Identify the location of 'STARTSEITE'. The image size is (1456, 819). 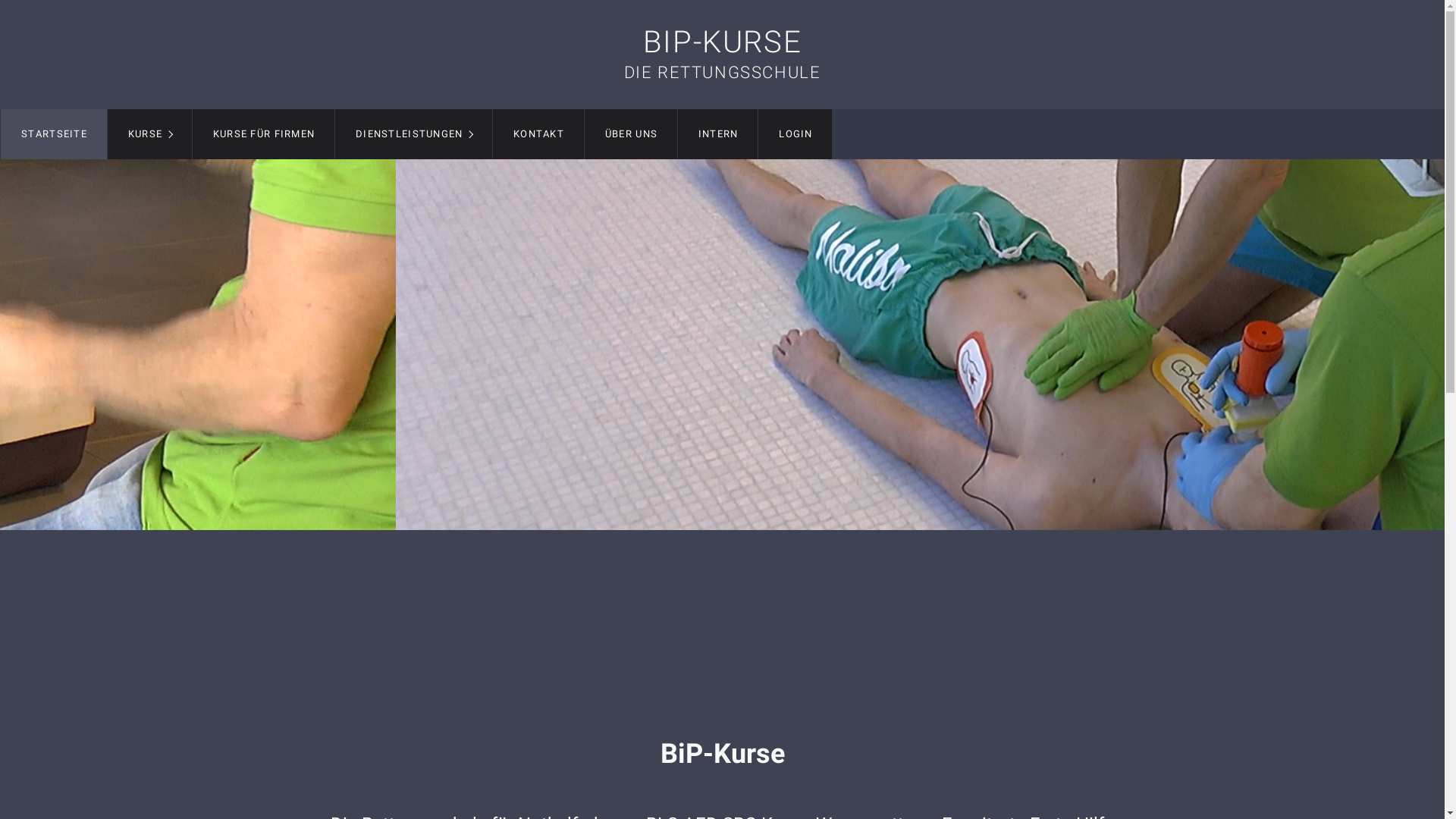
(54, 133).